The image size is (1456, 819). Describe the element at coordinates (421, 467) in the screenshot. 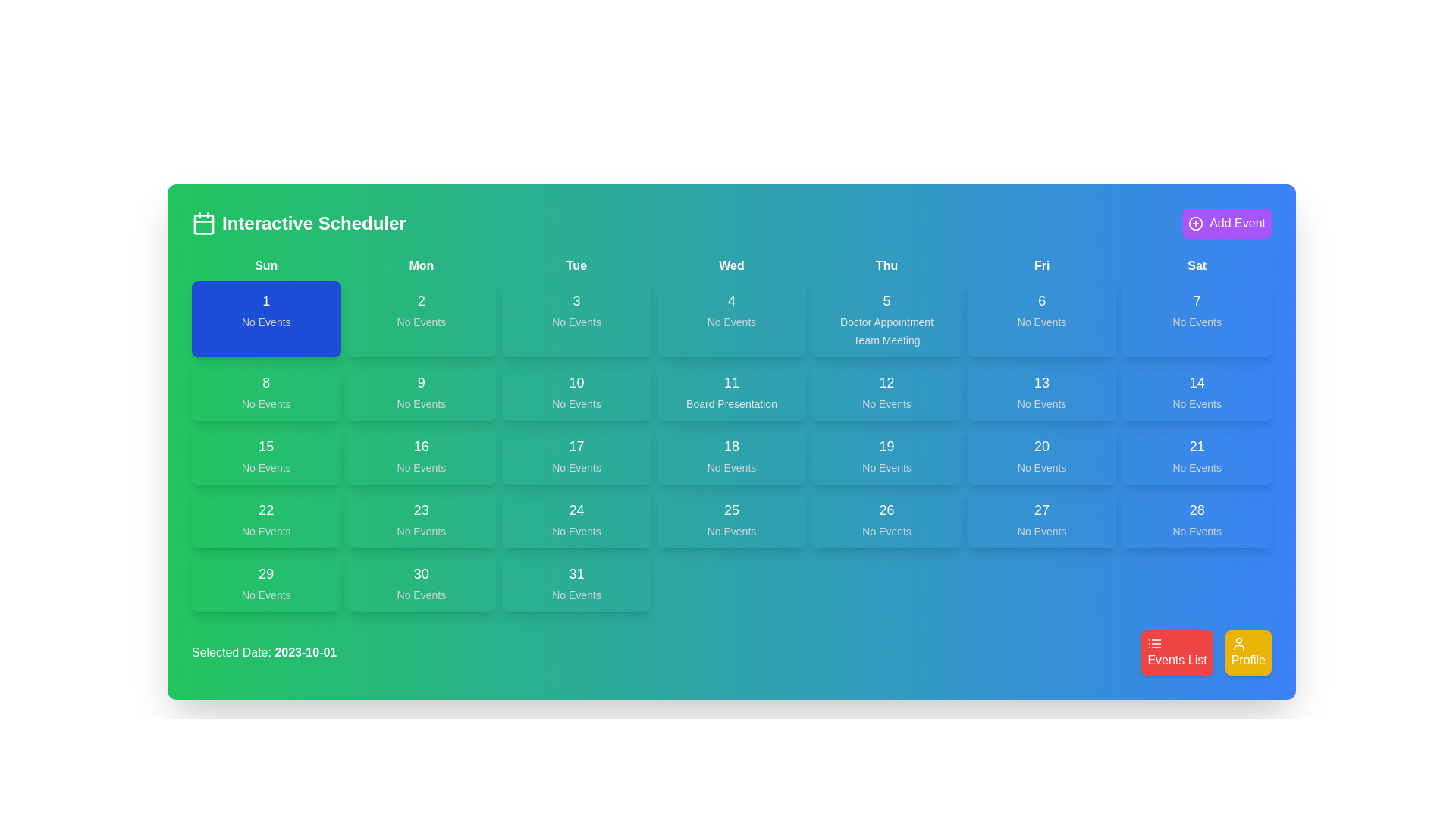

I see `the static text label that indicates no events are scheduled for the corresponding date, located in the fourth column and third row of the calendar grid, directly below the '16' text` at that location.